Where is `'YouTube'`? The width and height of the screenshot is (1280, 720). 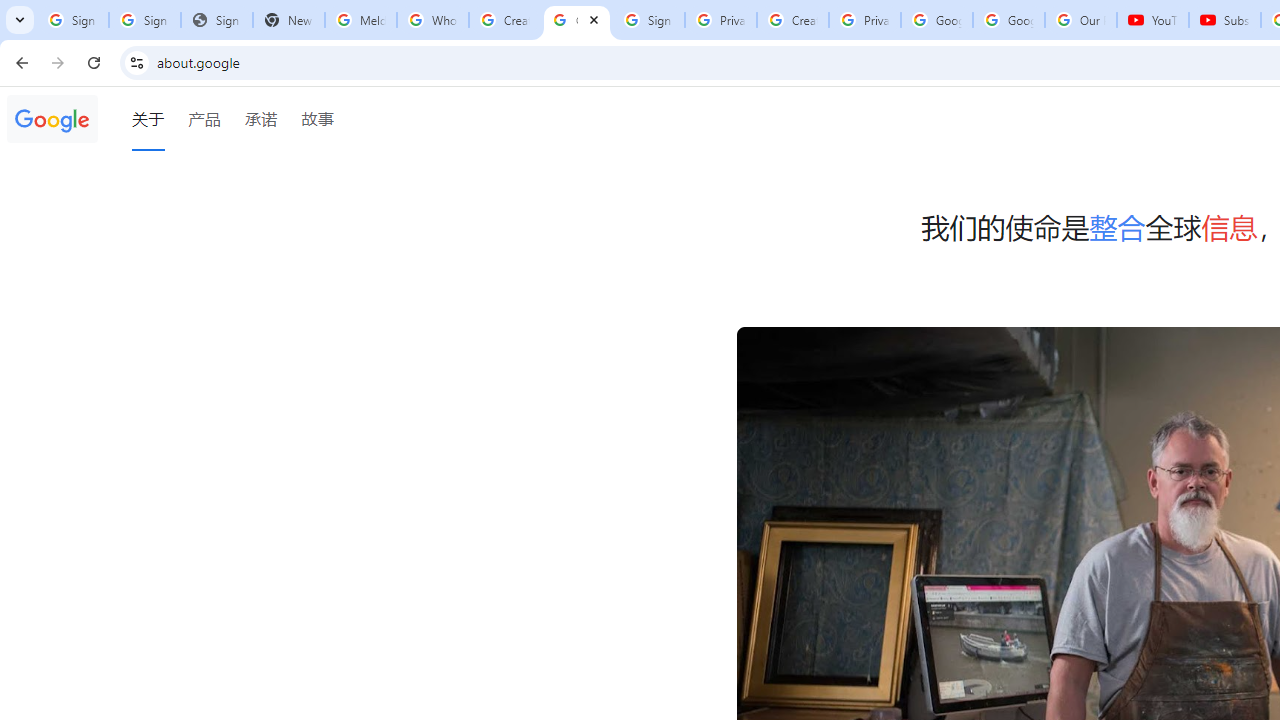 'YouTube' is located at coordinates (1153, 20).